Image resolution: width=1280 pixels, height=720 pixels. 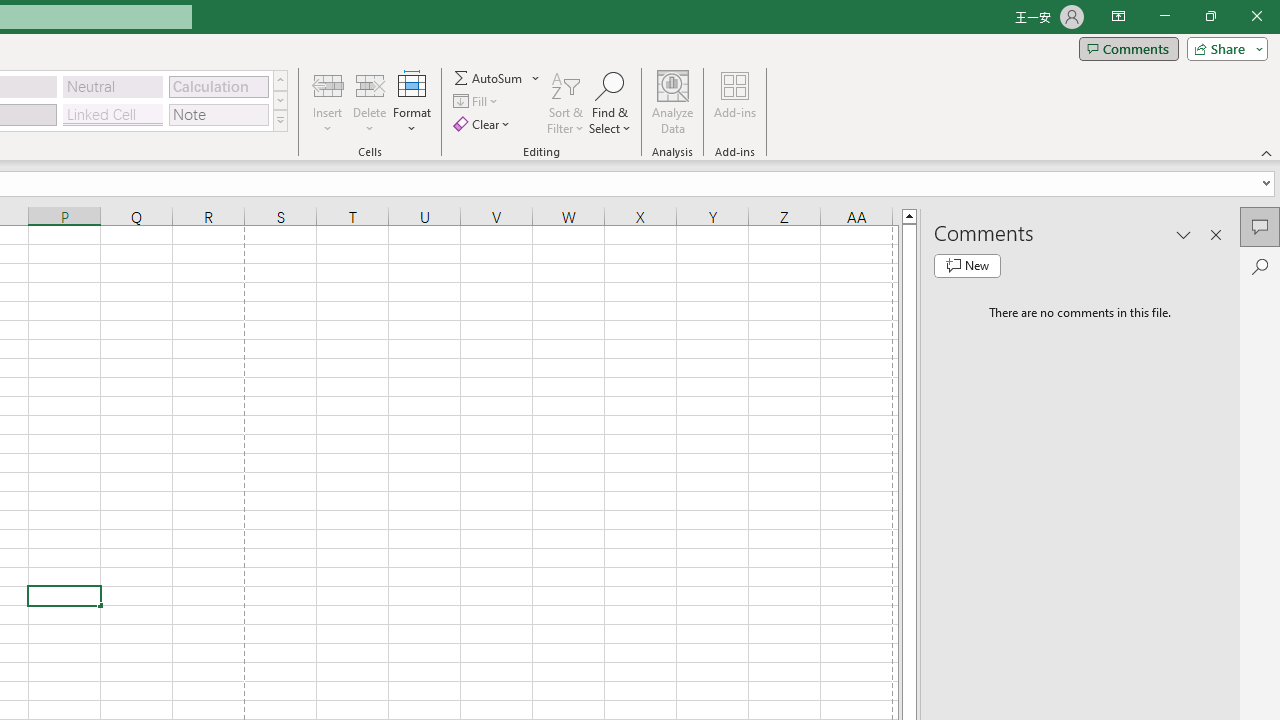 What do you see at coordinates (908, 215) in the screenshot?
I see `'Line up'` at bounding box center [908, 215].